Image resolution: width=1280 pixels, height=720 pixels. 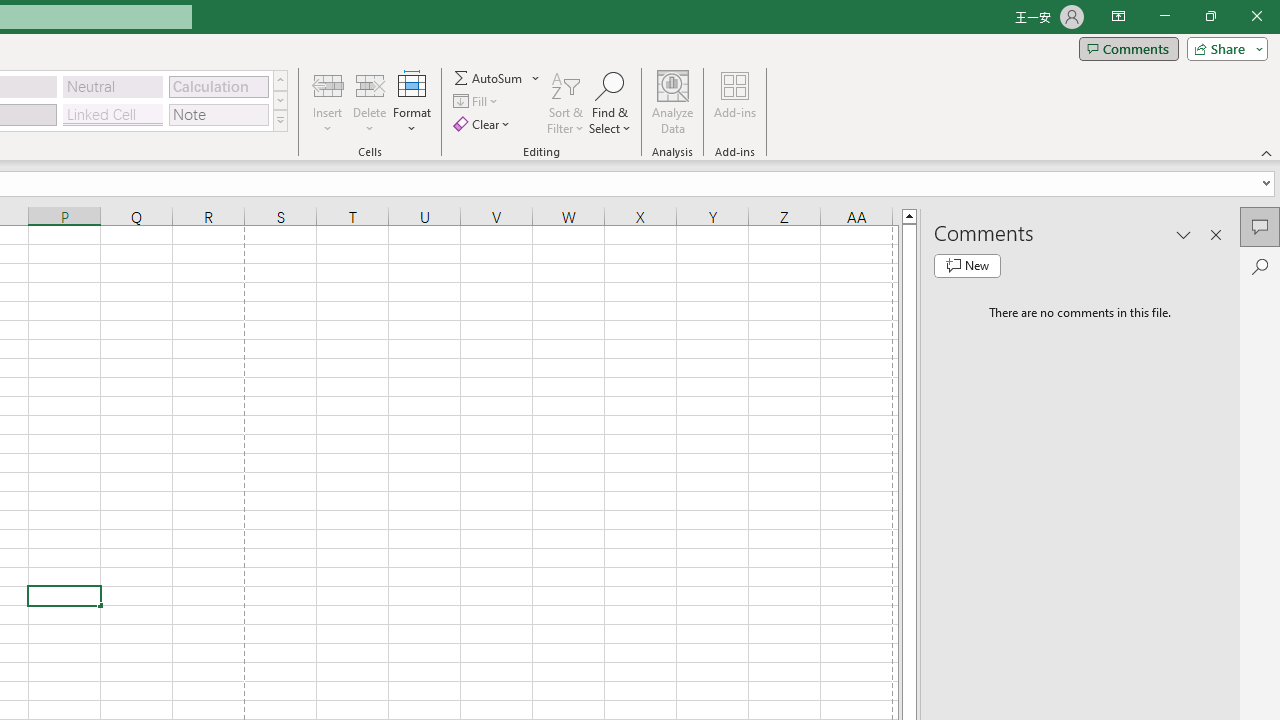 What do you see at coordinates (908, 215) in the screenshot?
I see `'Line up'` at bounding box center [908, 215].